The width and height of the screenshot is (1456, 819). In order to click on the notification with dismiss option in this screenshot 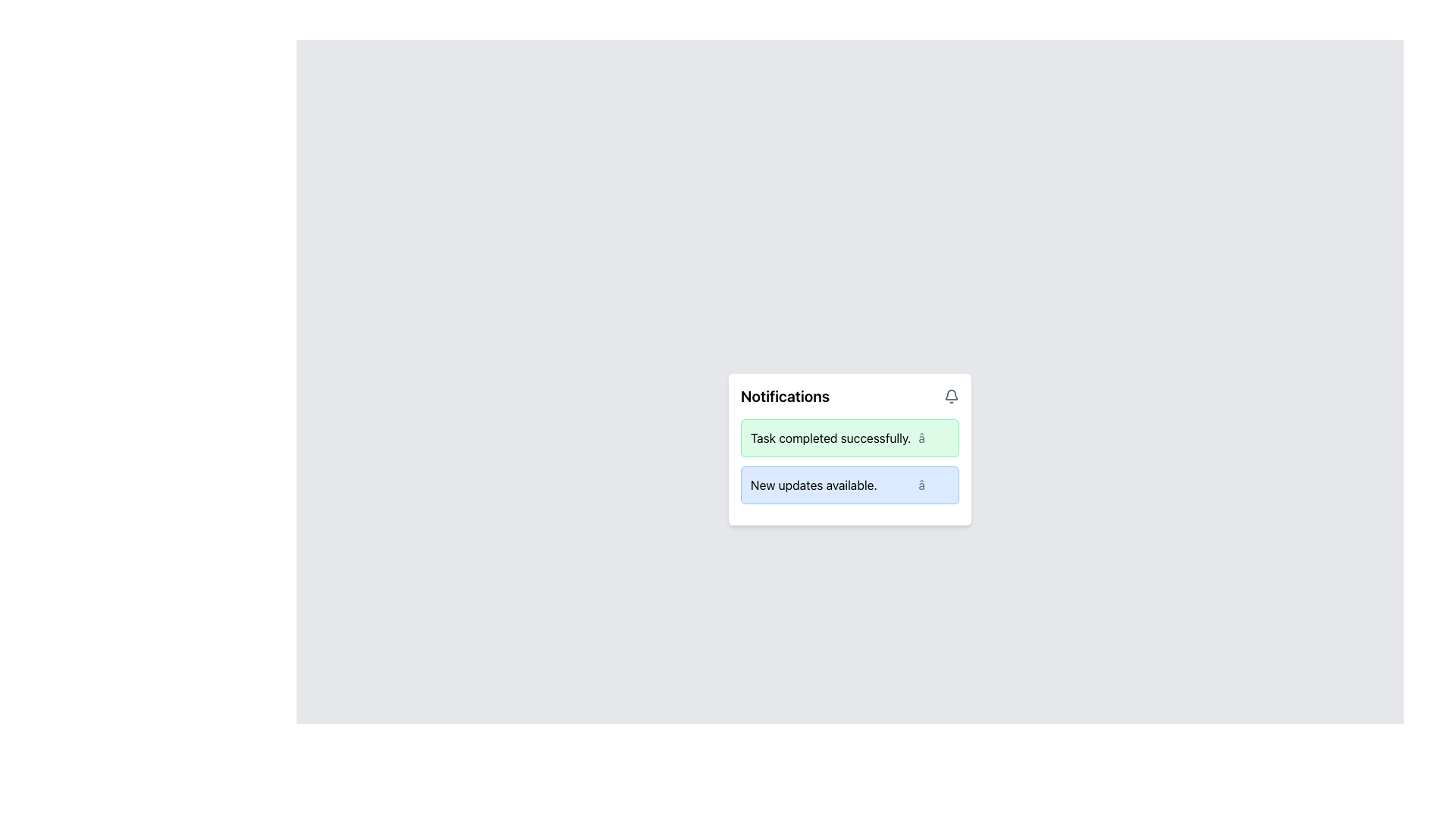, I will do `click(850, 485)`.